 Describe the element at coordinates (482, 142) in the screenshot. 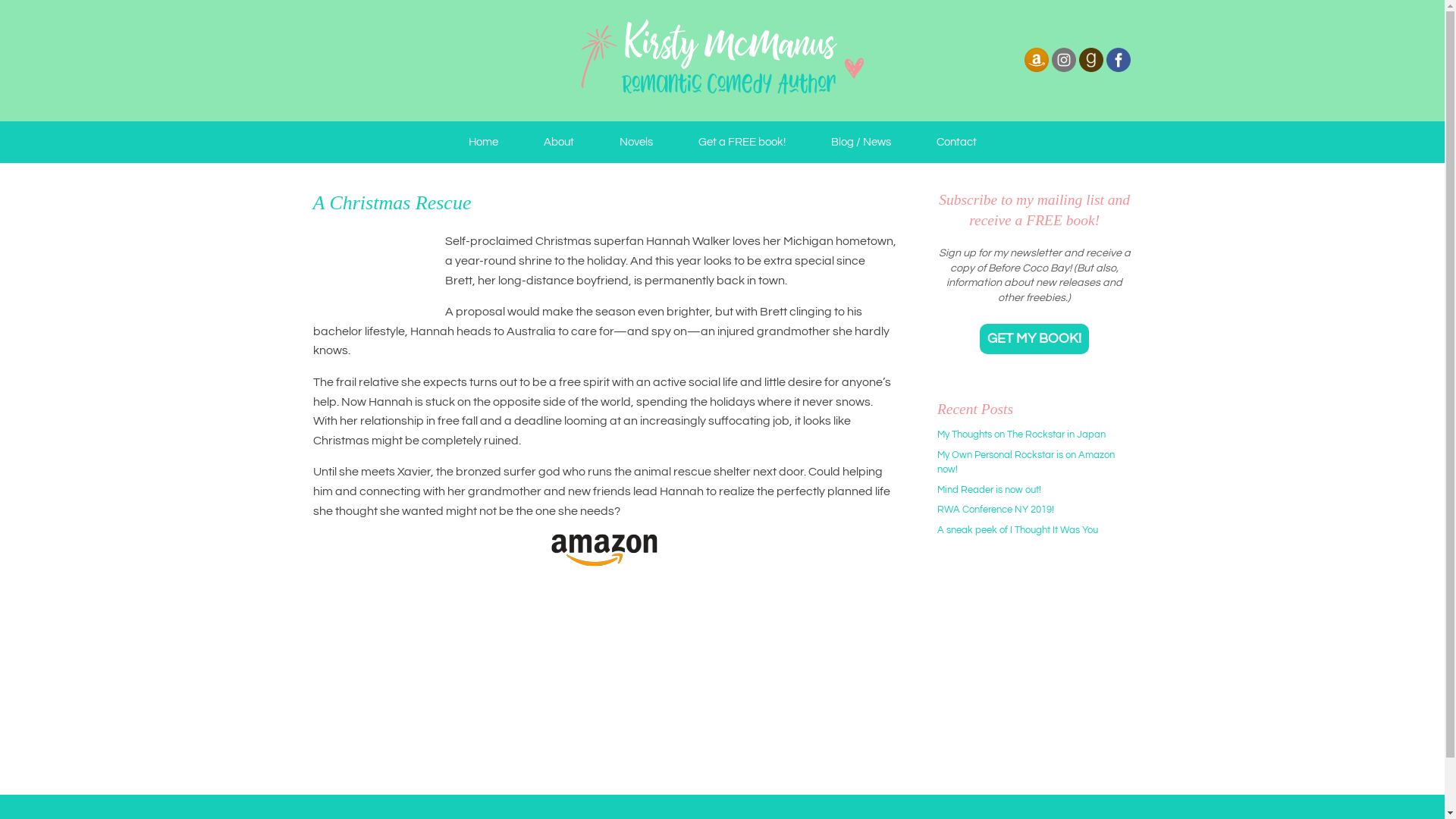

I see `'Home'` at that location.